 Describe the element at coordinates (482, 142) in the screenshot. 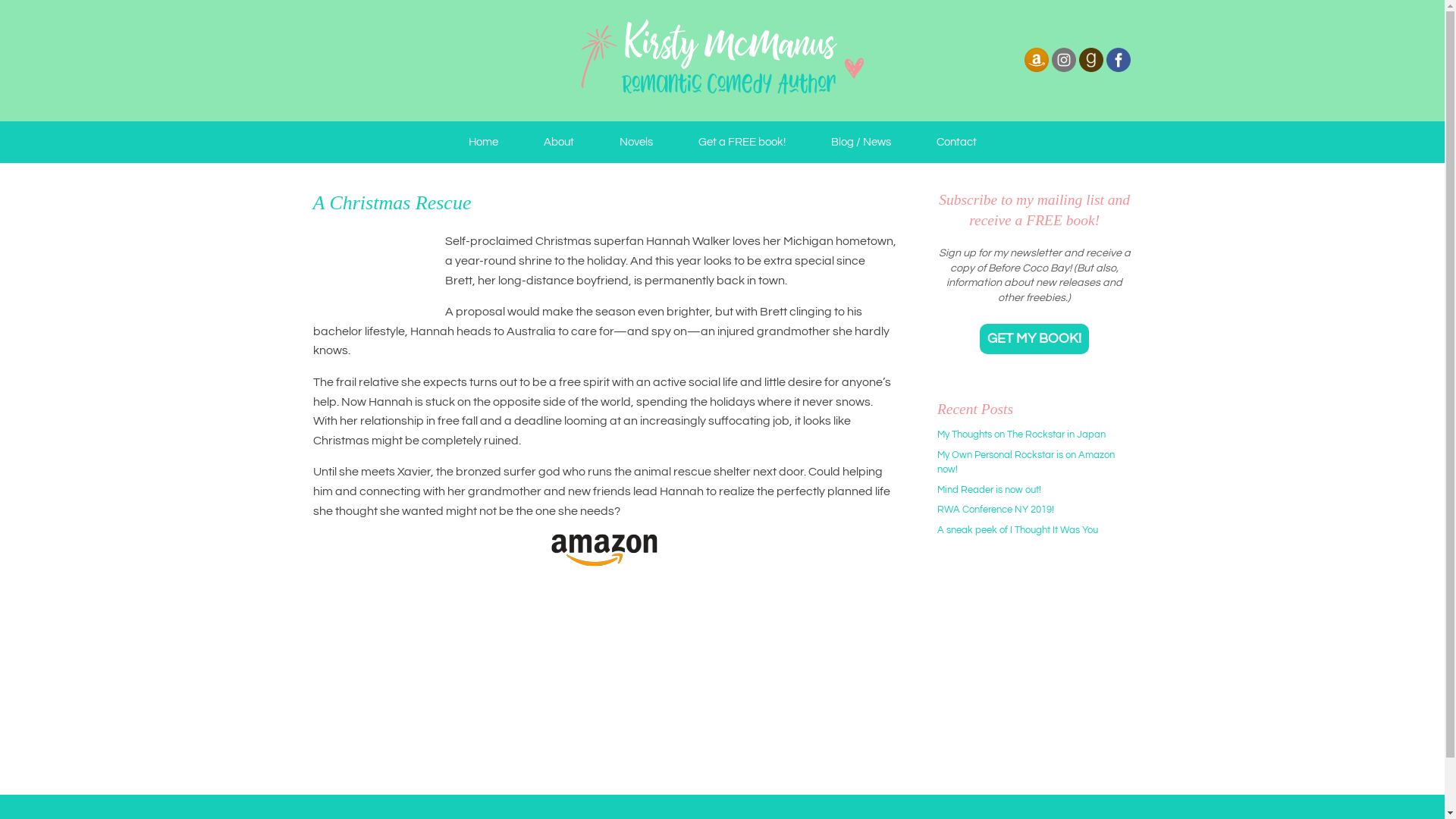

I see `'Home'` at that location.